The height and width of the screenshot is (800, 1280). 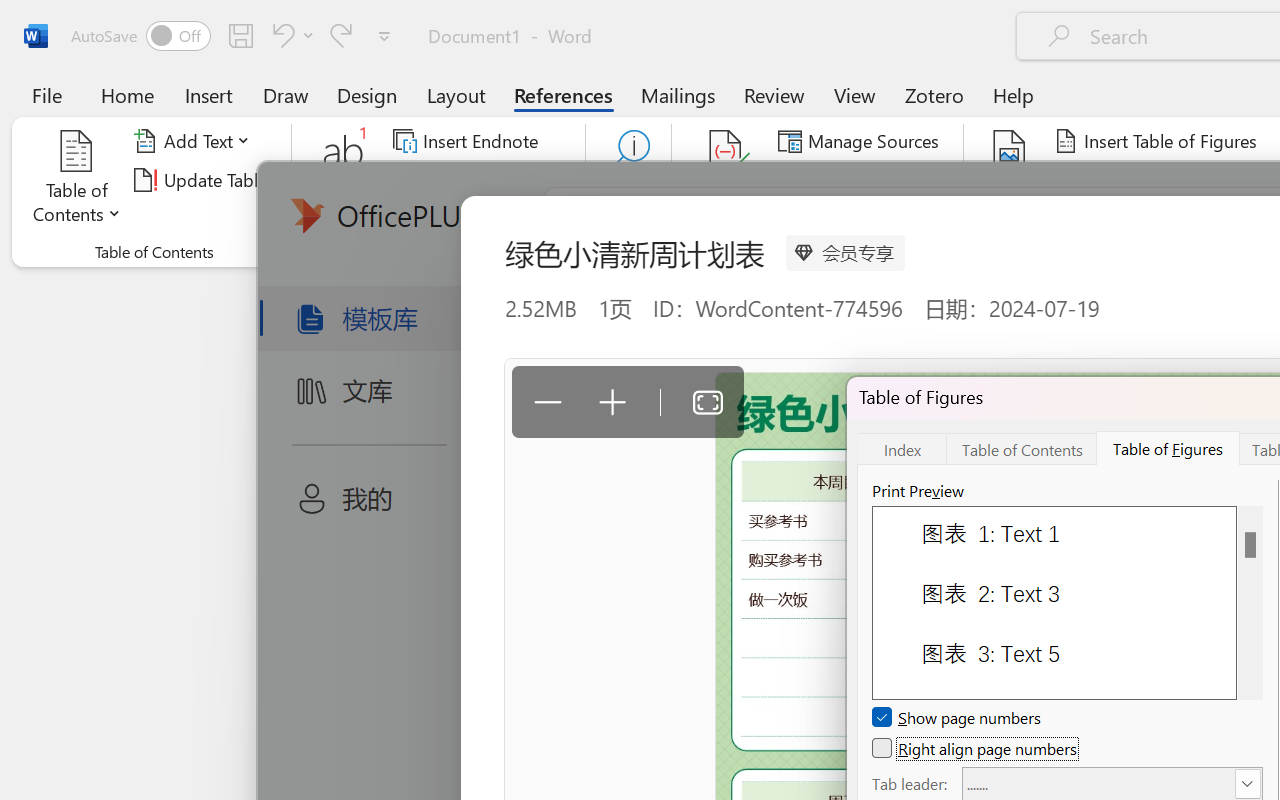 What do you see at coordinates (195, 141) in the screenshot?
I see `'Add Text'` at bounding box center [195, 141].